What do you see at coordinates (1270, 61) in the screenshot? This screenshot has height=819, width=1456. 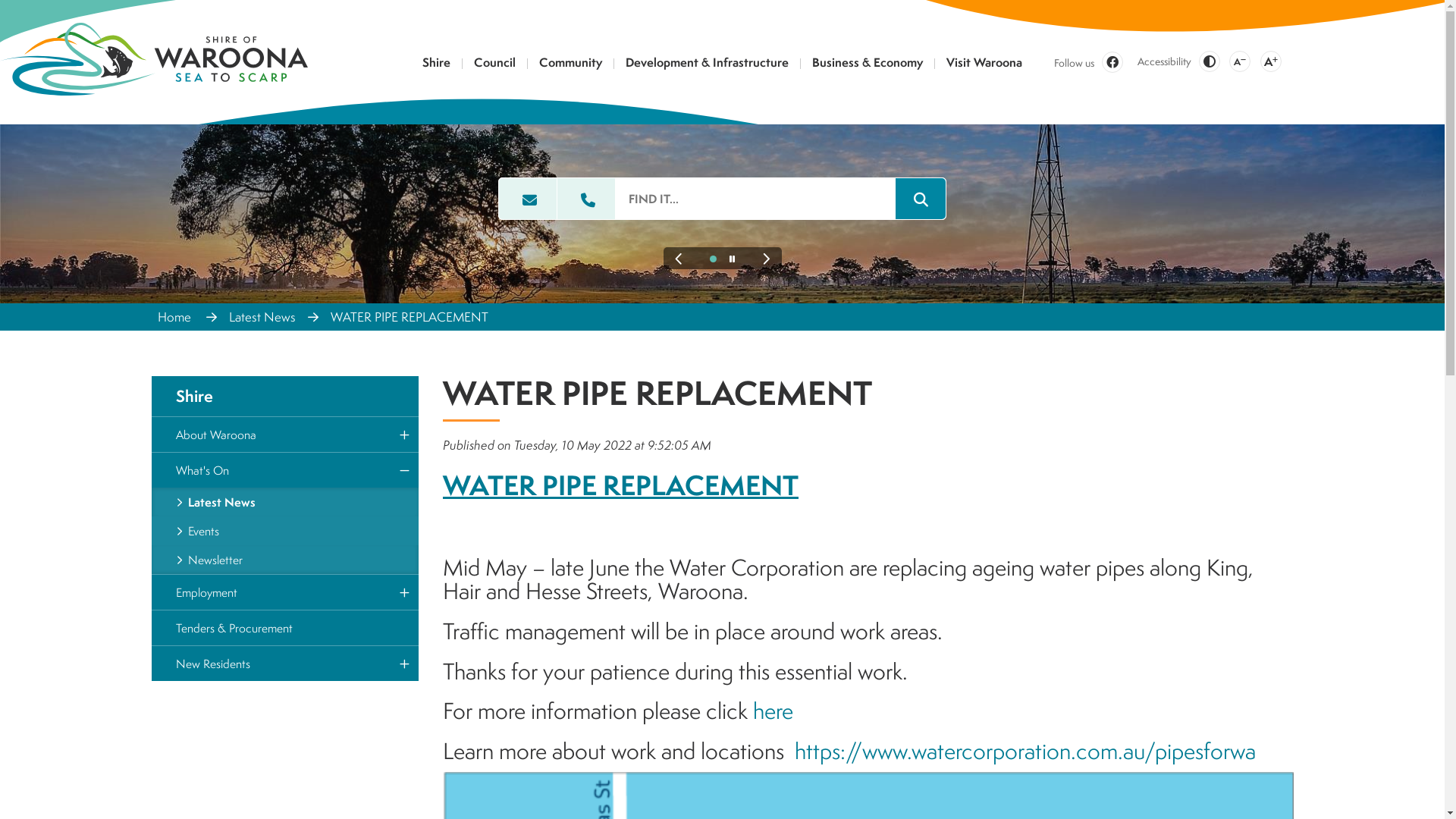 I see `'A'` at bounding box center [1270, 61].